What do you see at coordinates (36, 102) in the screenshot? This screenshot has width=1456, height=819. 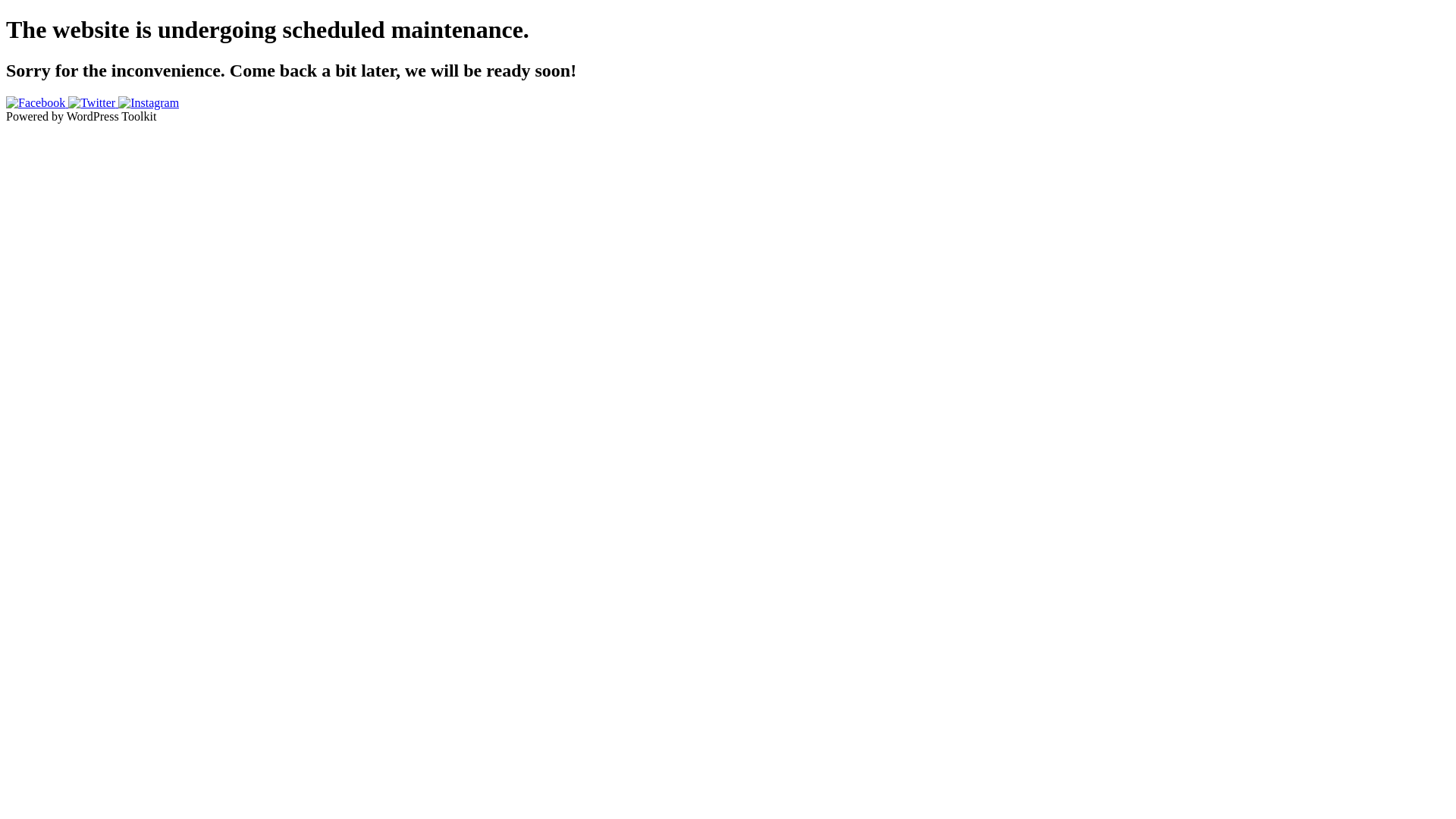 I see `'Facebook'` at bounding box center [36, 102].